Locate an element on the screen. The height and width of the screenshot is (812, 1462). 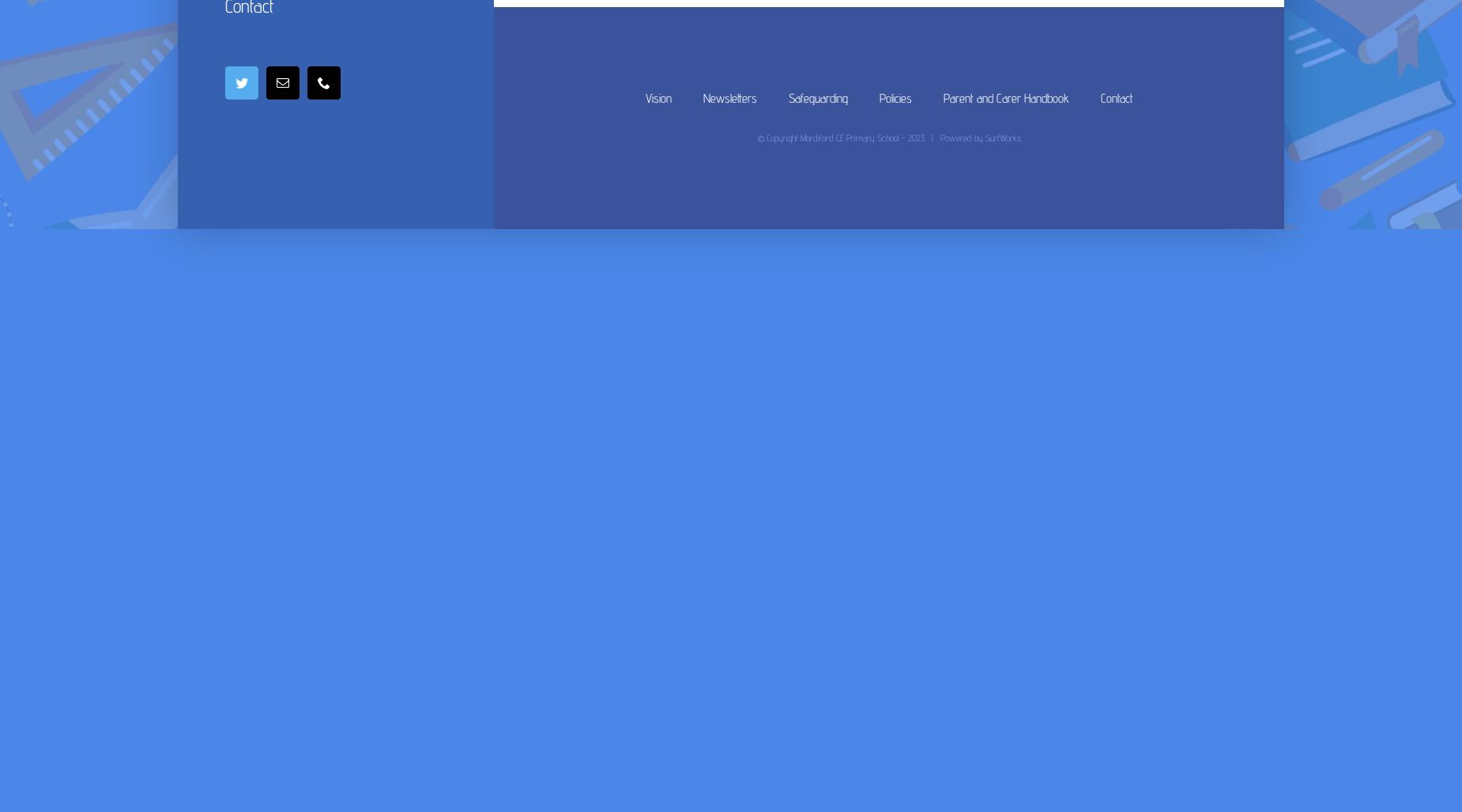
'Religion and Worldviews (RW)' is located at coordinates (785, 171).